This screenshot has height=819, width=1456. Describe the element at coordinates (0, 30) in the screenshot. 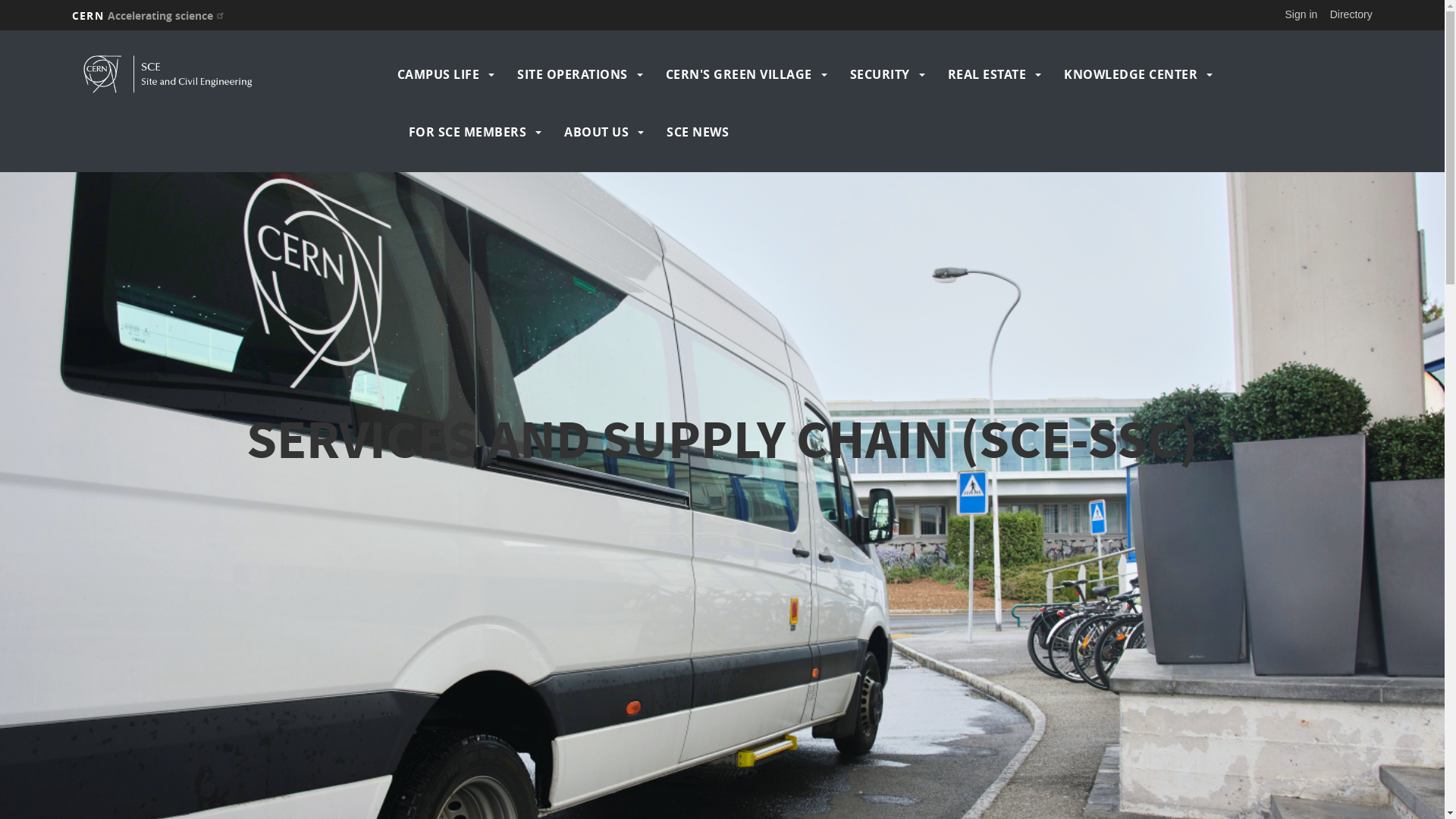

I see `'Skip to main content'` at that location.